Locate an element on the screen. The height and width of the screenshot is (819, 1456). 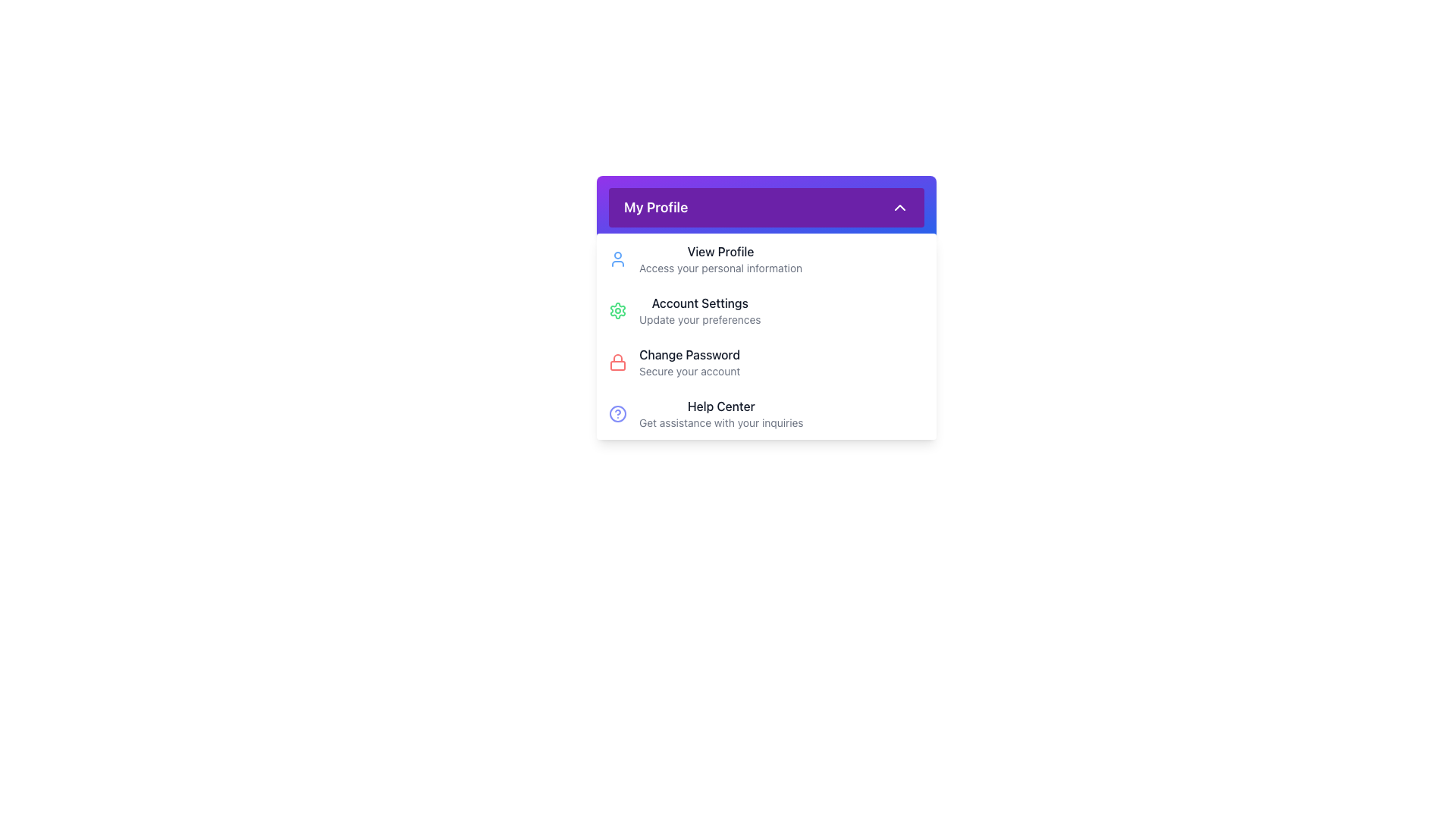
the circular indigo icon with a hollow center and a question mark design, located to the left of the 'Help Center' section is located at coordinates (618, 414).